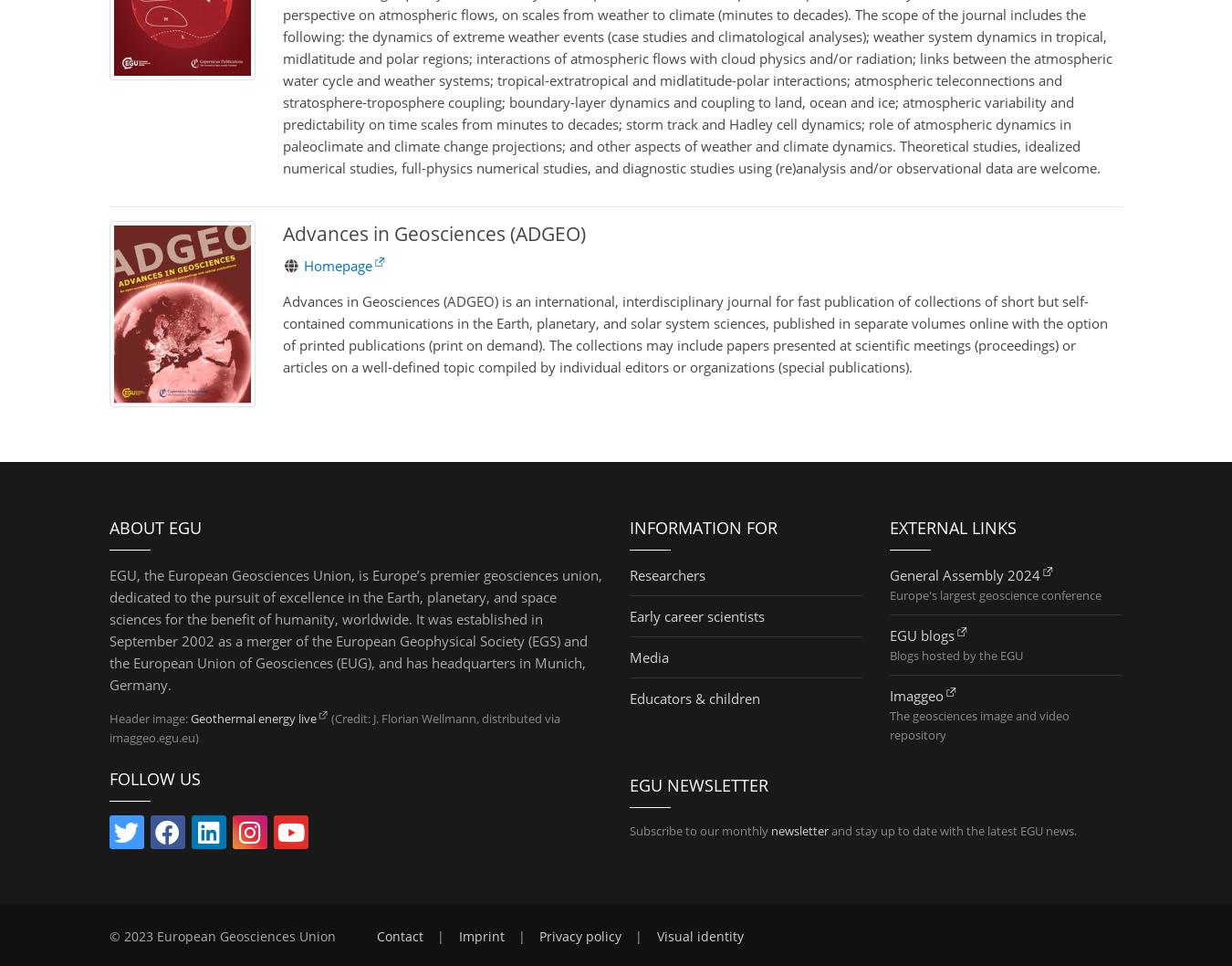  I want to click on 'newsletter', so click(799, 830).